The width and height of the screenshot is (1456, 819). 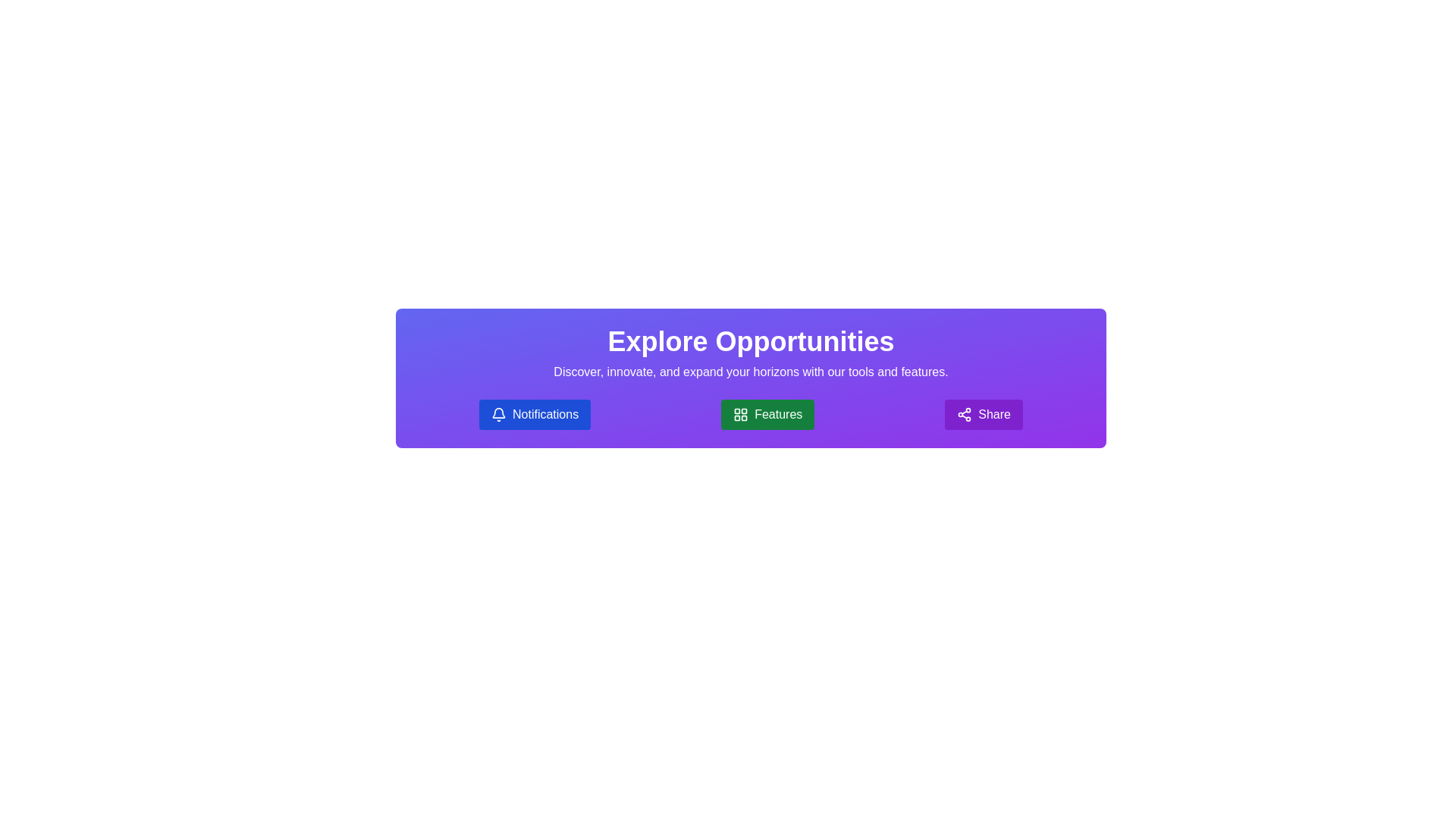 I want to click on the Text block that contains the heading 'Explore Opportunities' and the subheading 'Discover, innovate, and expand your horizons with our tools and features.', so click(x=751, y=353).